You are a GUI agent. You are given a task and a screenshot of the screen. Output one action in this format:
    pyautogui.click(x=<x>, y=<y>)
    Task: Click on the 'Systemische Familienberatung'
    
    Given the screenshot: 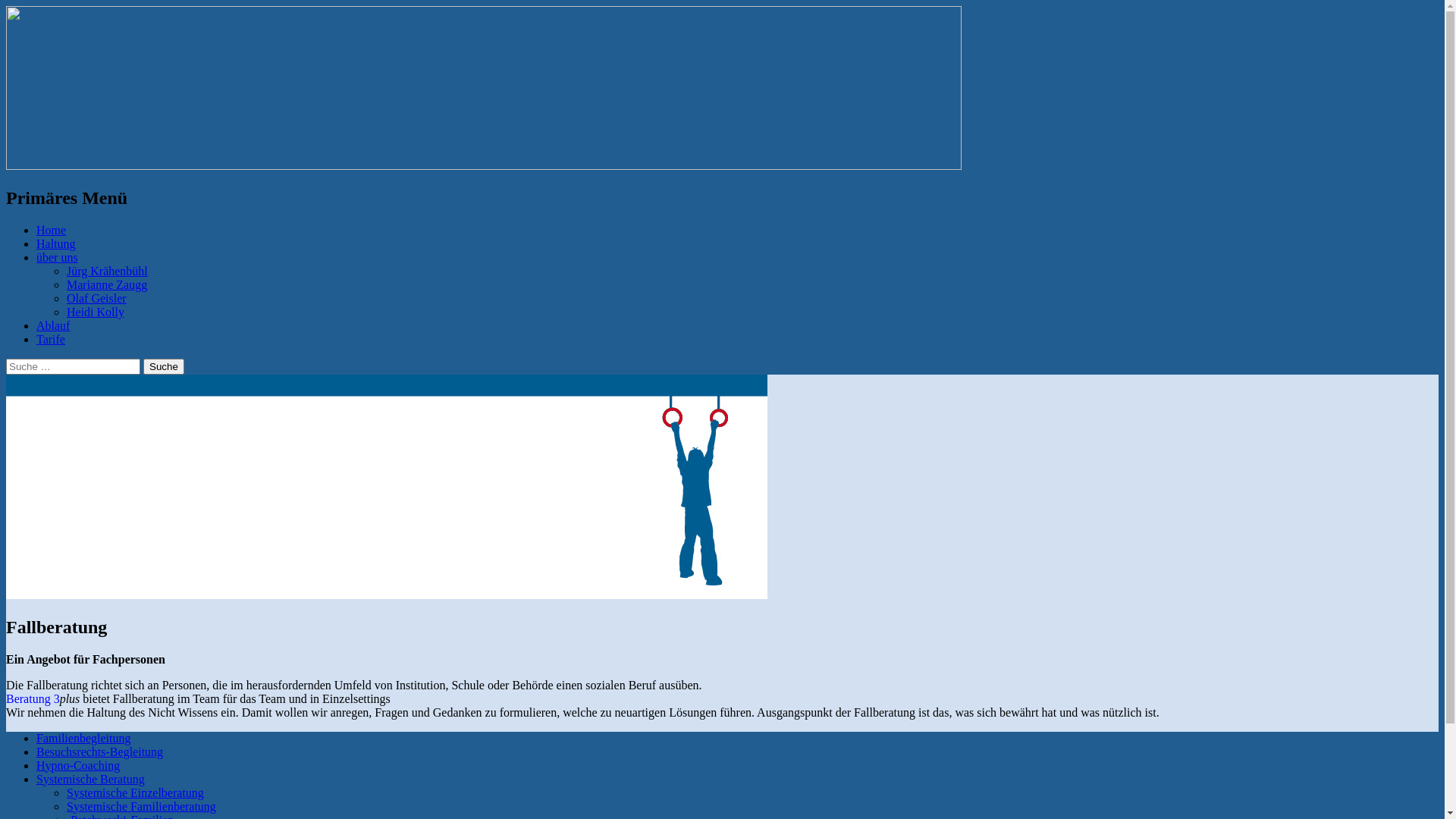 What is the action you would take?
    pyautogui.click(x=141, y=805)
    